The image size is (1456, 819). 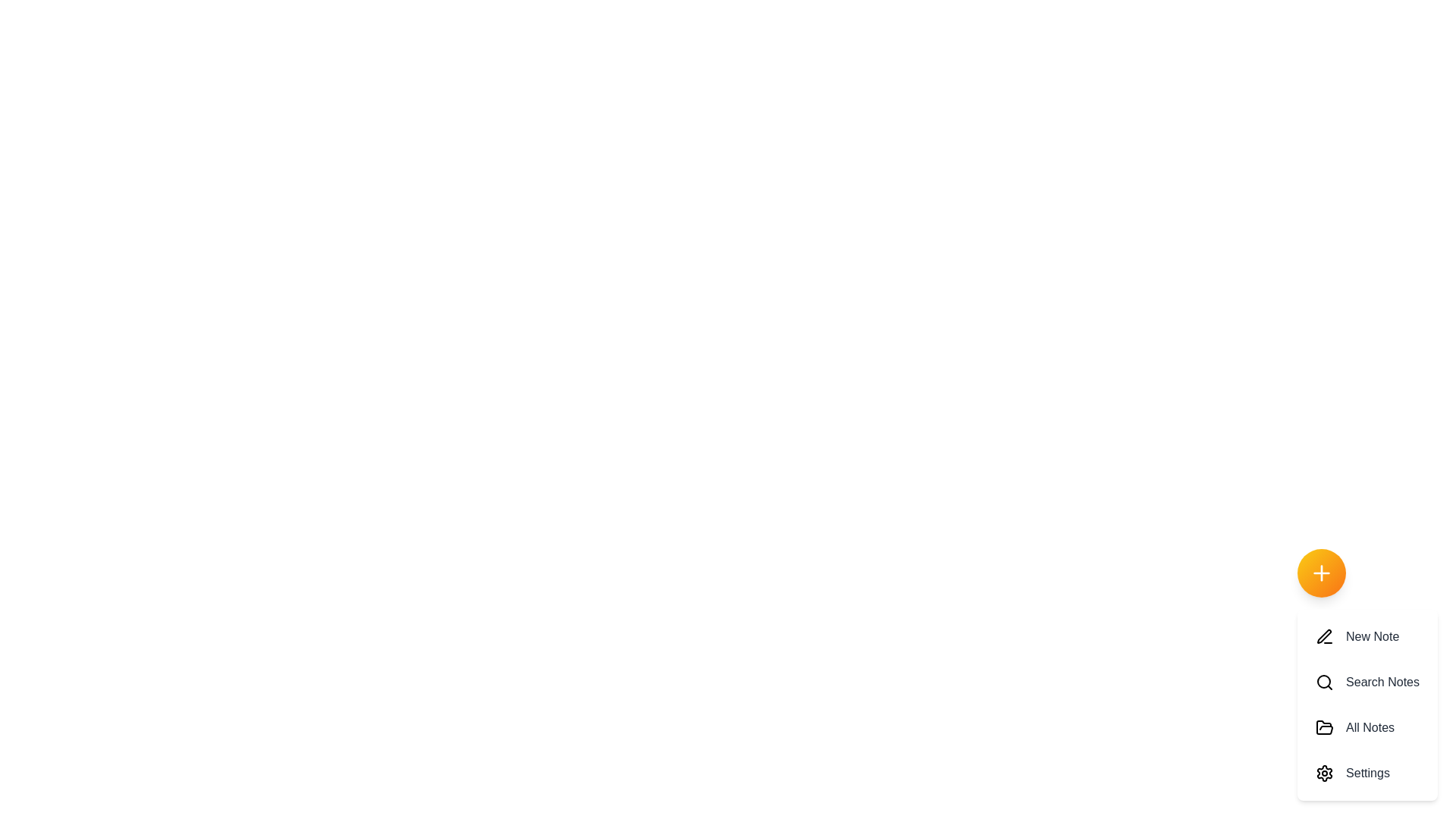 I want to click on the 'New Note' button to create a new note, so click(x=1367, y=637).